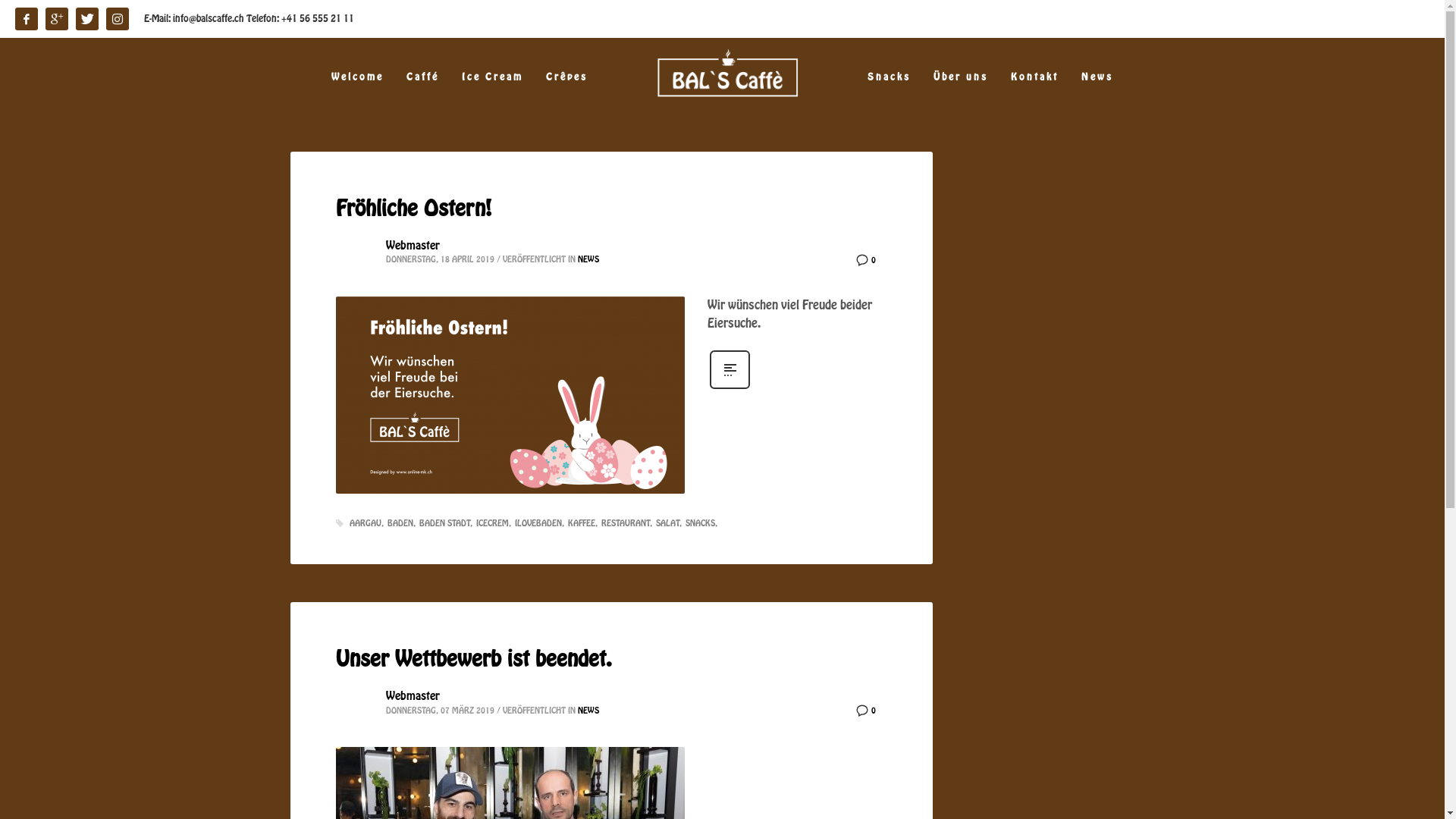  What do you see at coordinates (356, 77) in the screenshot?
I see `'Welcome'` at bounding box center [356, 77].